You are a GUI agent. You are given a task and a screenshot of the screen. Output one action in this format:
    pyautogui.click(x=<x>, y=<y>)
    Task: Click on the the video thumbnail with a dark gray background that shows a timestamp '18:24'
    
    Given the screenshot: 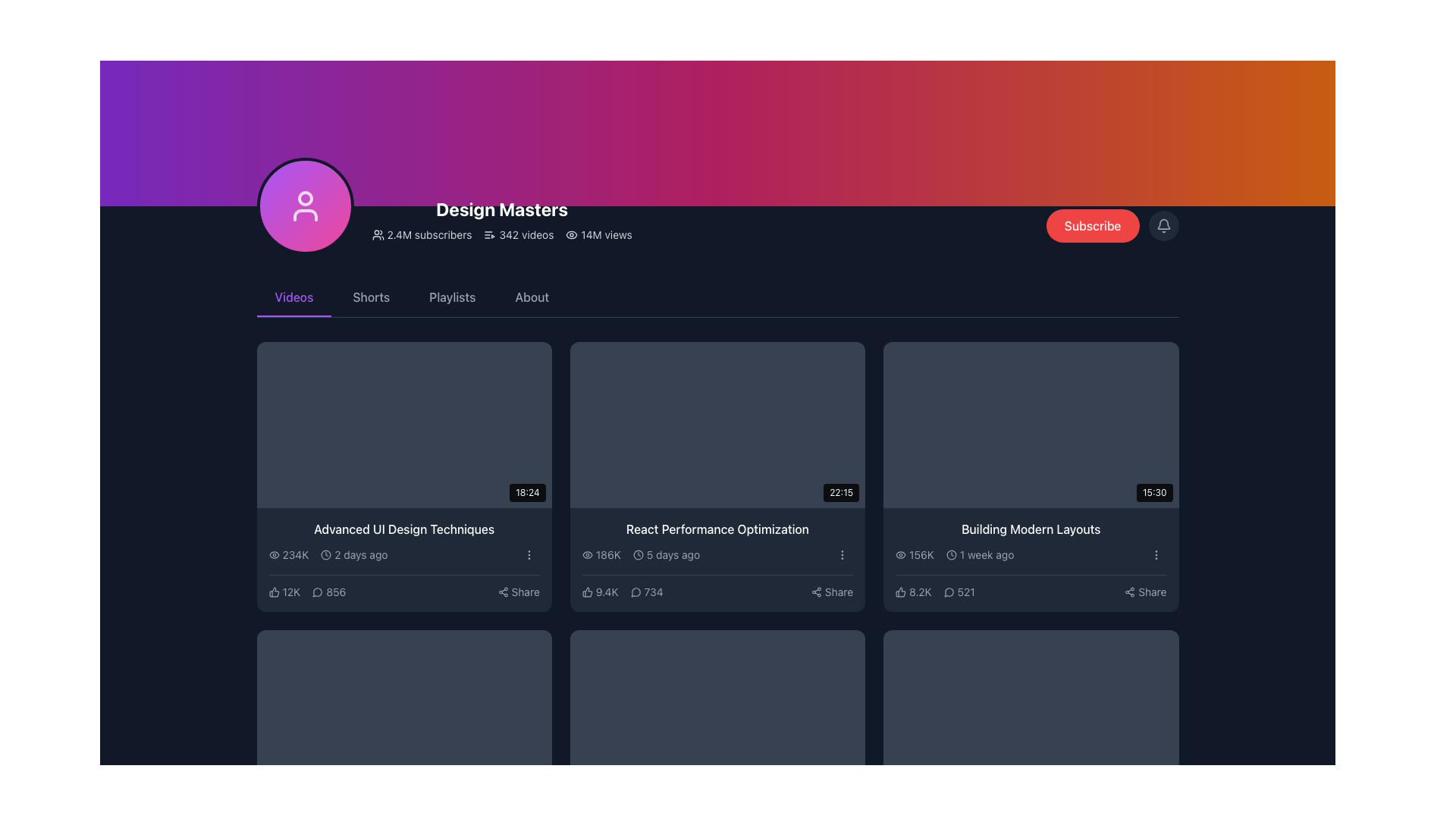 What is the action you would take?
    pyautogui.click(x=404, y=425)
    